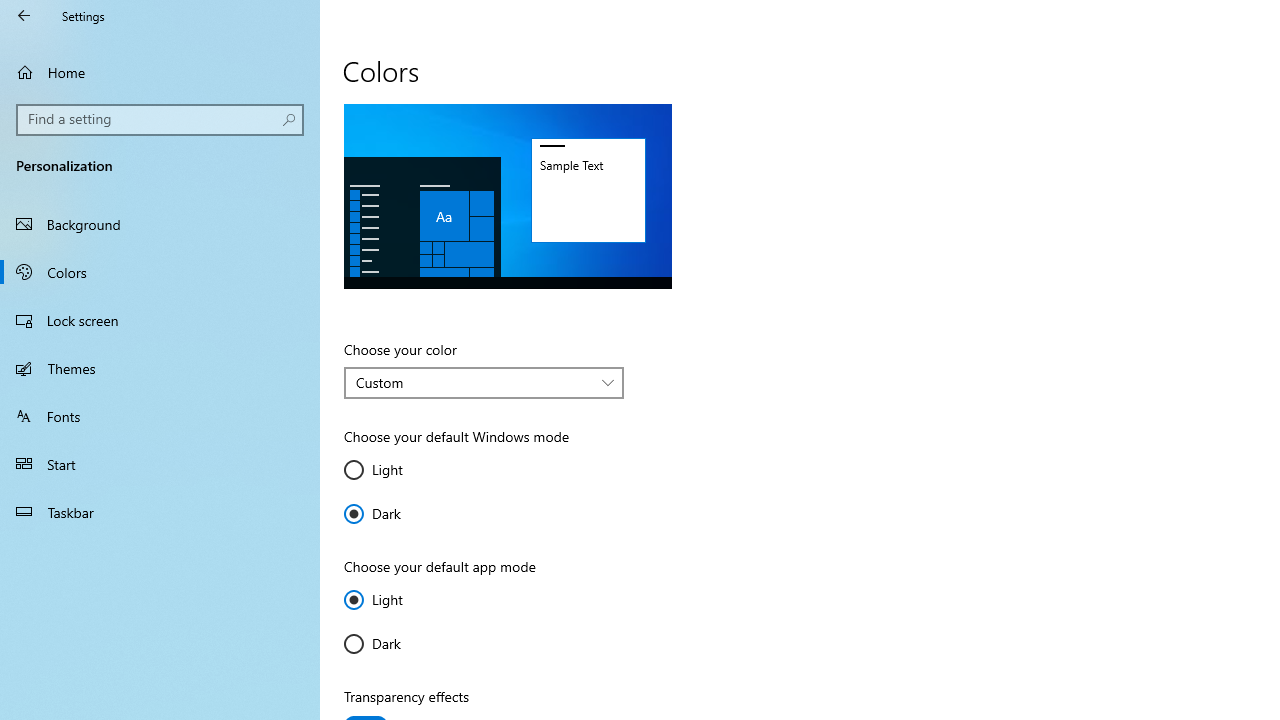 Image resolution: width=1280 pixels, height=720 pixels. What do you see at coordinates (160, 271) in the screenshot?
I see `'Colors'` at bounding box center [160, 271].